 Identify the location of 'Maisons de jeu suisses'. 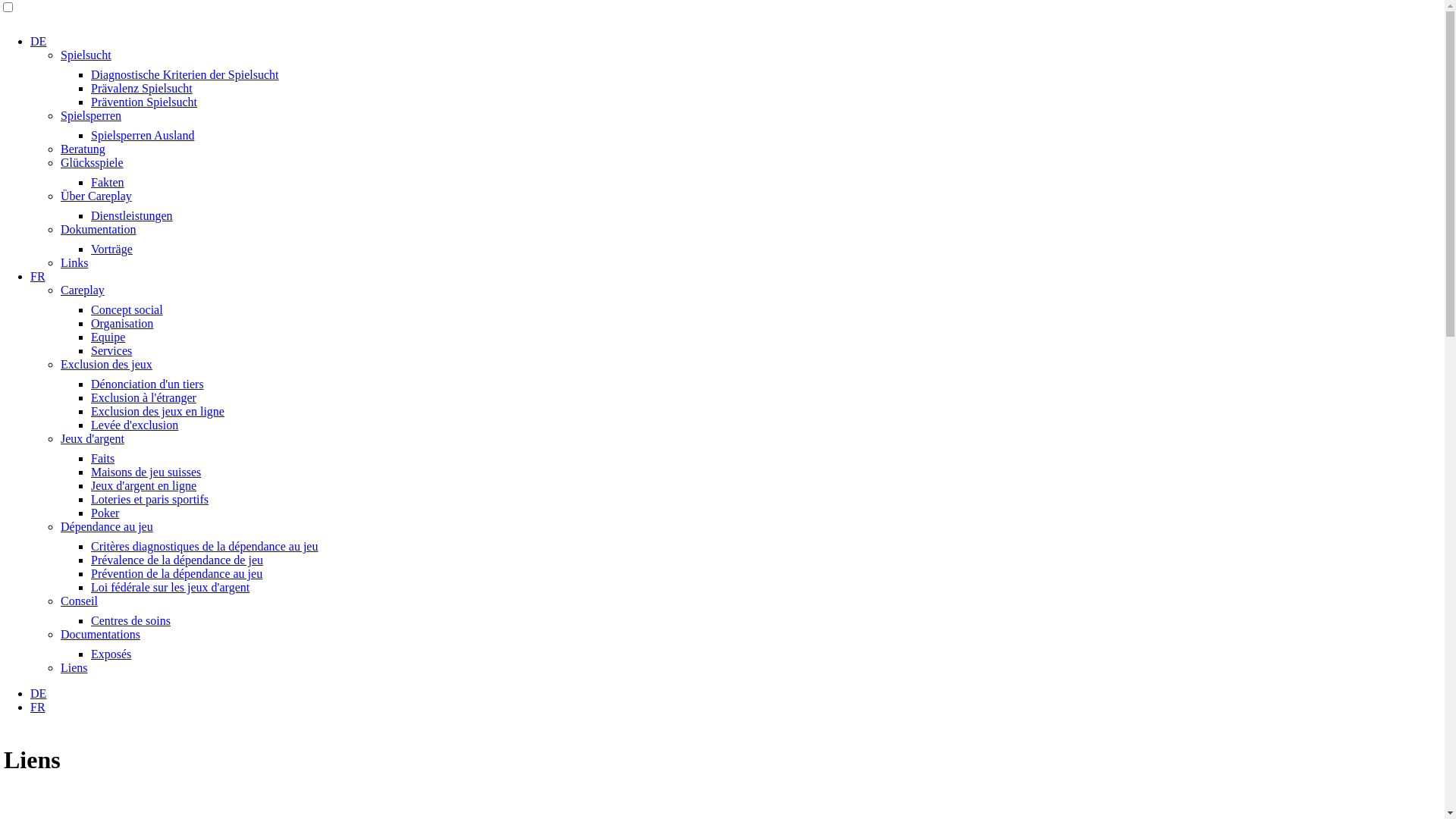
(146, 471).